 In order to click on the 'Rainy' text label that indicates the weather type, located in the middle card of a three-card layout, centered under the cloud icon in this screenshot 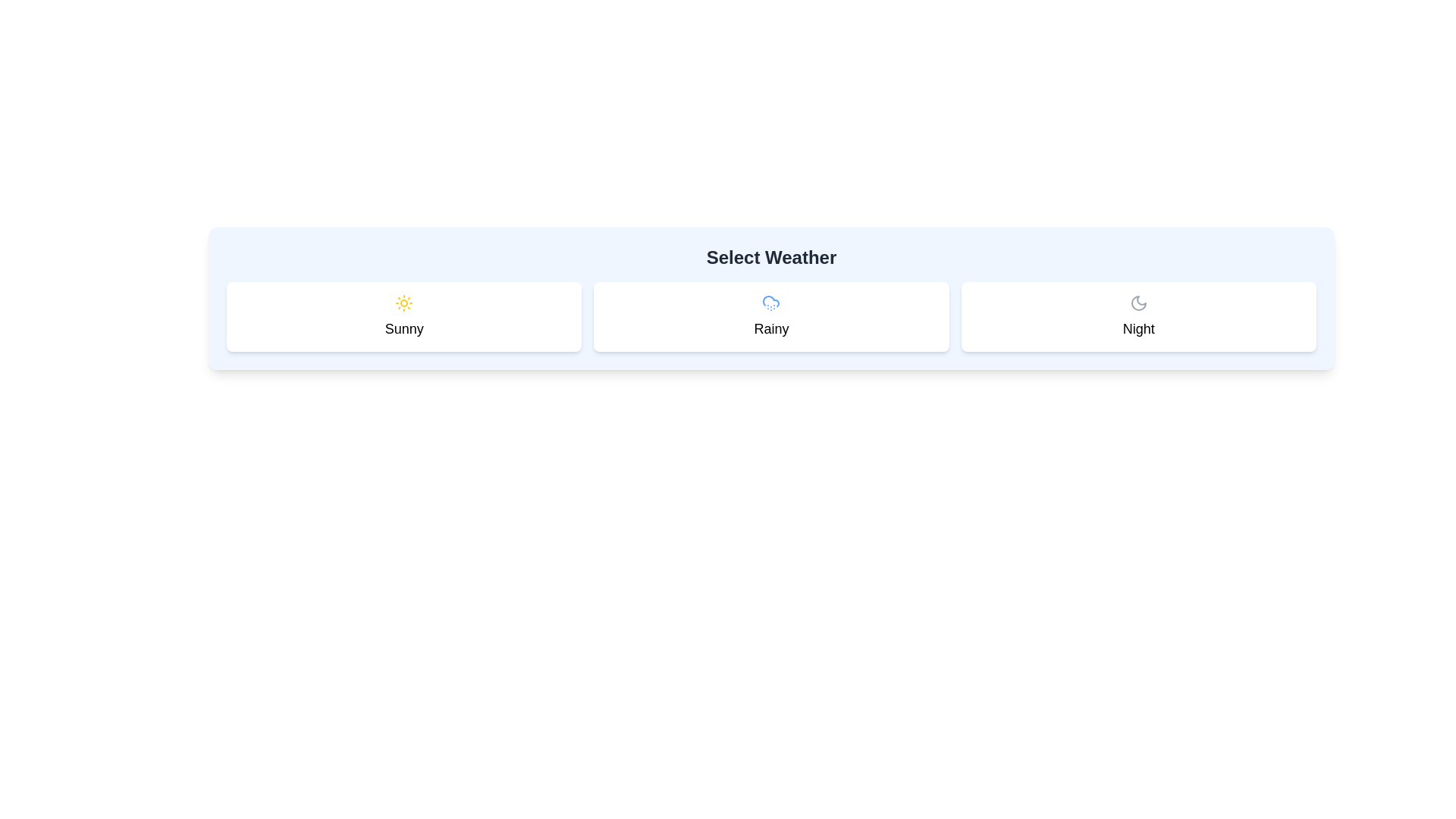, I will do `click(771, 328)`.